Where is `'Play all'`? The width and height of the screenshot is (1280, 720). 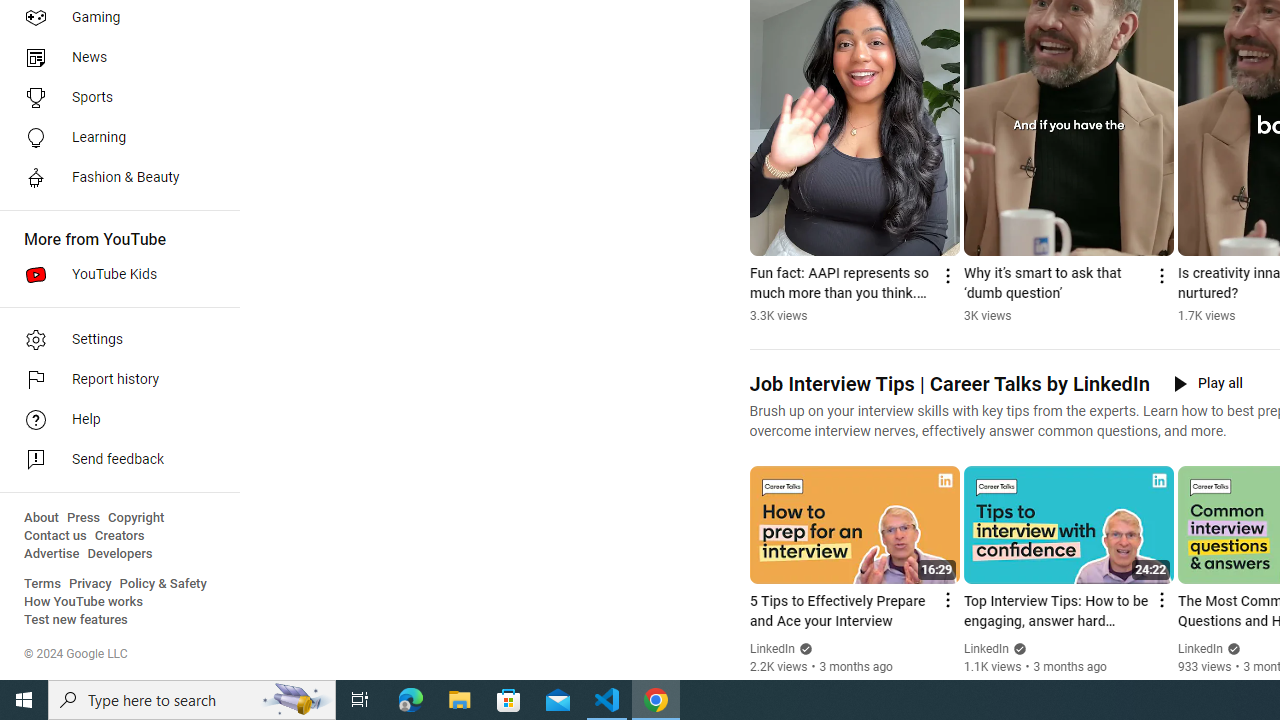
'Play all' is located at coordinates (1207, 384).